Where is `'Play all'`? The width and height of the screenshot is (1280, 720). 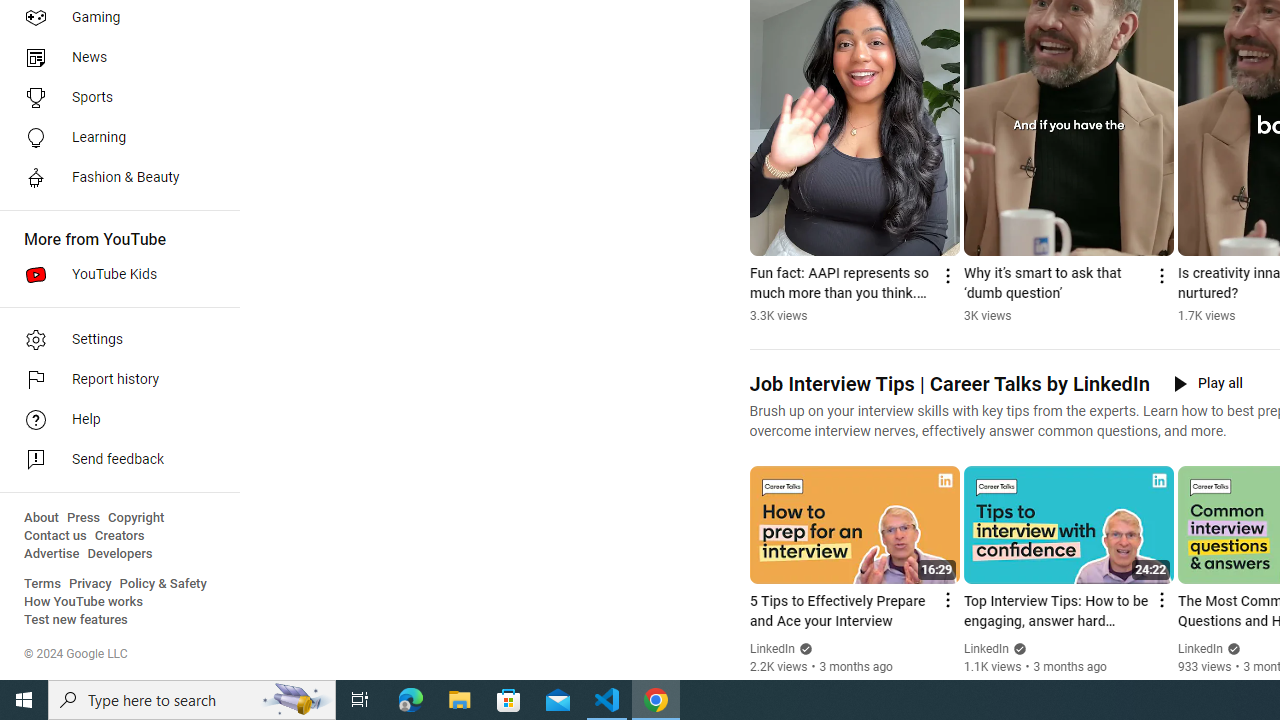
'Play all' is located at coordinates (1207, 384).